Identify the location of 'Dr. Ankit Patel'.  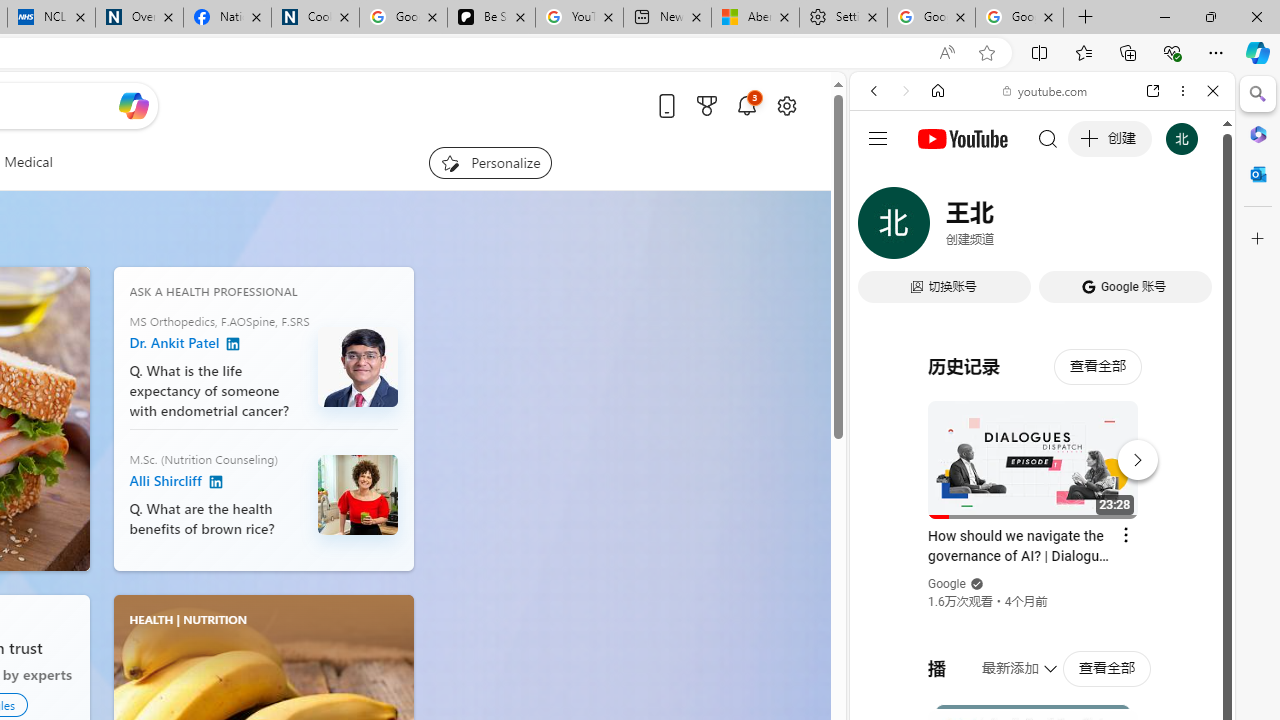
(233, 344).